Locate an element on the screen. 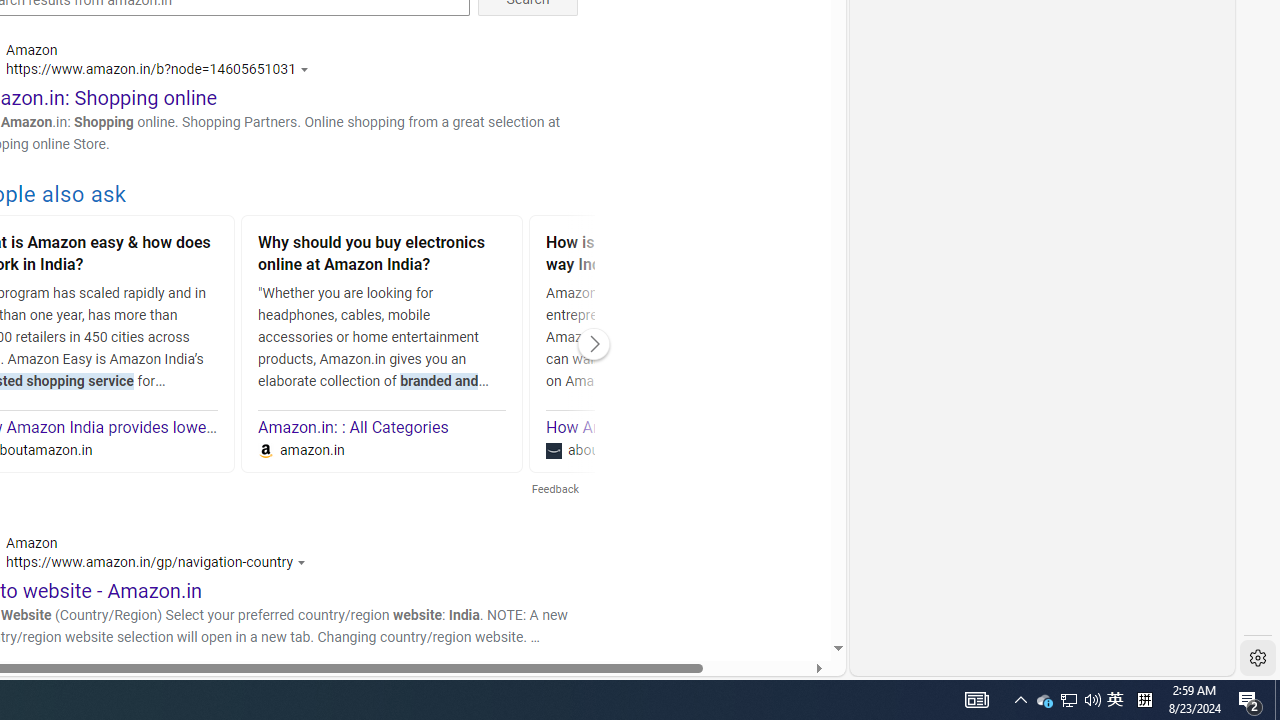  'AutomationID: mfa_root' is located at coordinates (761, 587).